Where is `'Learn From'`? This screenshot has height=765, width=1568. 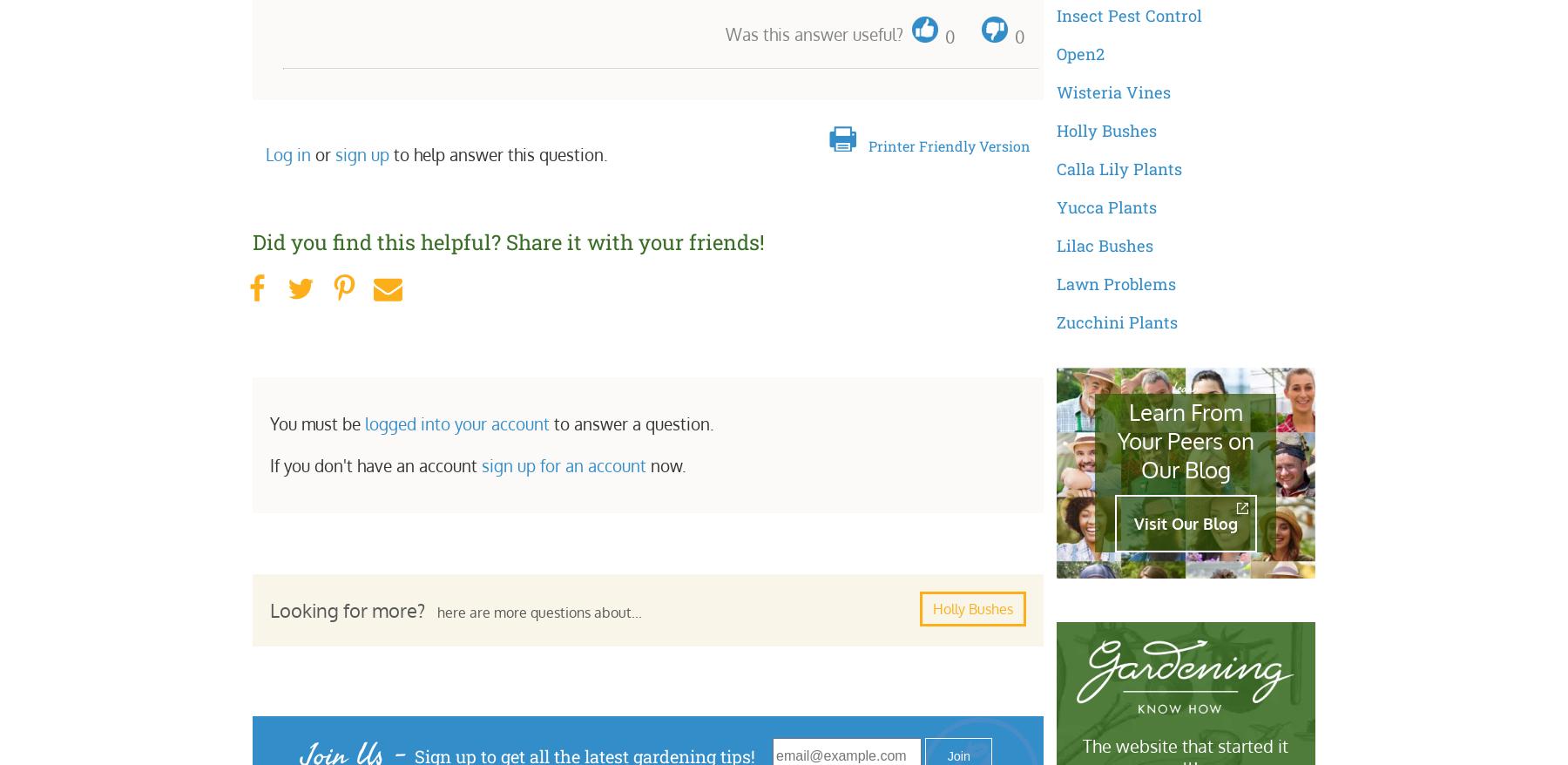 'Learn From' is located at coordinates (1127, 410).